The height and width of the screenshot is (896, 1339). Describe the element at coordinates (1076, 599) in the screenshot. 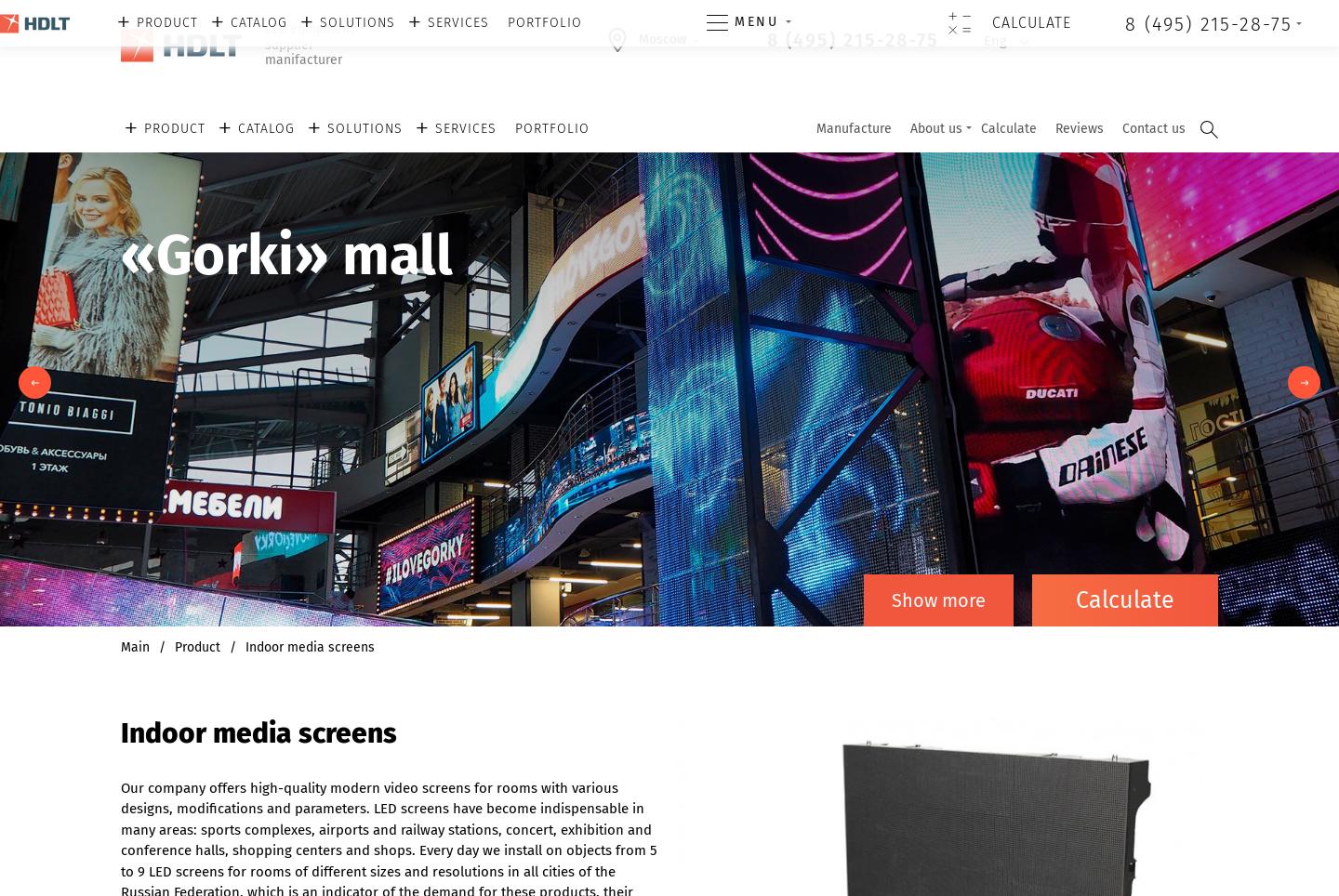

I see `'Сalculate'` at that location.